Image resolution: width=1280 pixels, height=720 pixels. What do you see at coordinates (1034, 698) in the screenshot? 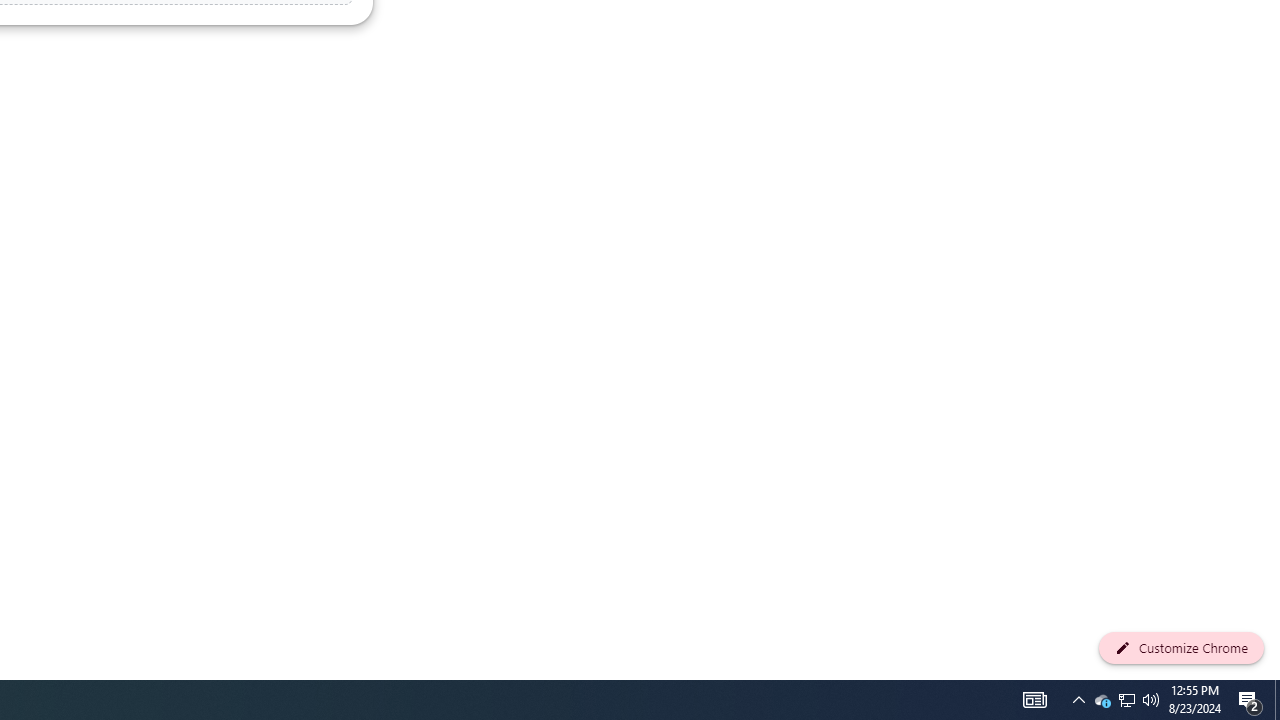
I see `'AutomationID: 4105'` at bounding box center [1034, 698].